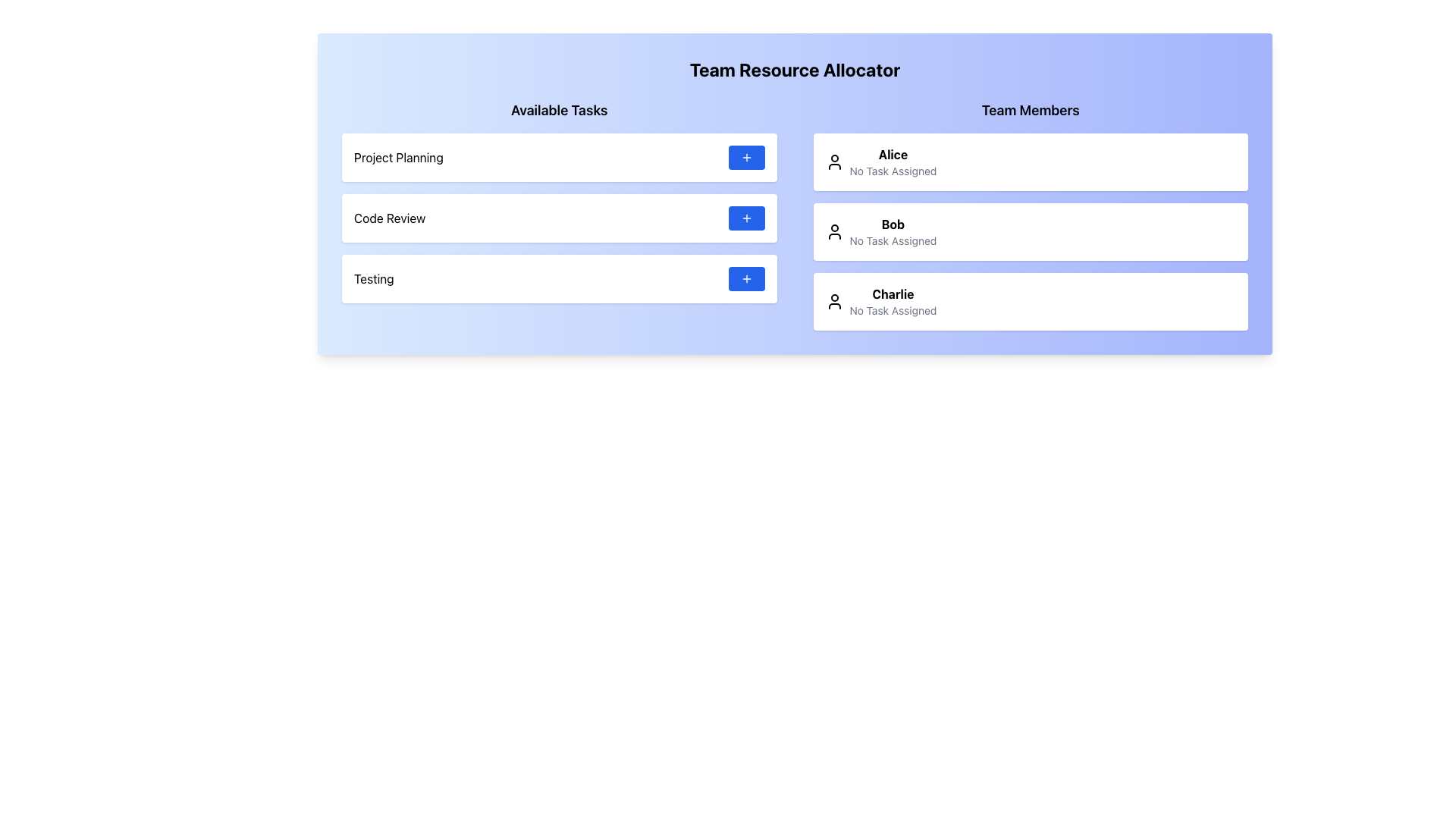  Describe the element at coordinates (746, 218) in the screenshot. I see `the icon located in the middle of the blue rounded rectangle button adjacent to the text 'Code Review' in the 'Available Tasks' column` at that location.